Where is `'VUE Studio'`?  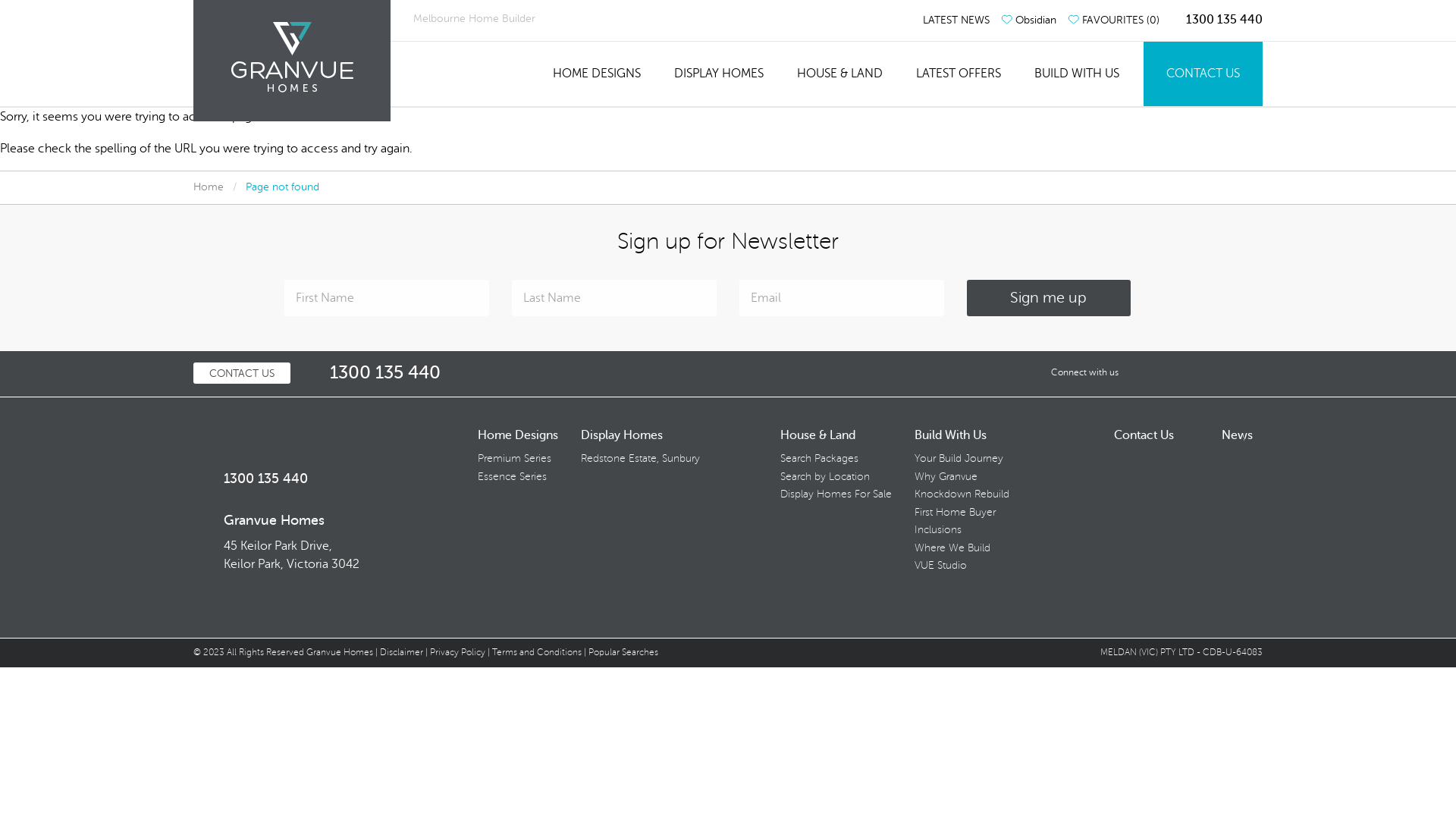 'VUE Studio' is located at coordinates (940, 565).